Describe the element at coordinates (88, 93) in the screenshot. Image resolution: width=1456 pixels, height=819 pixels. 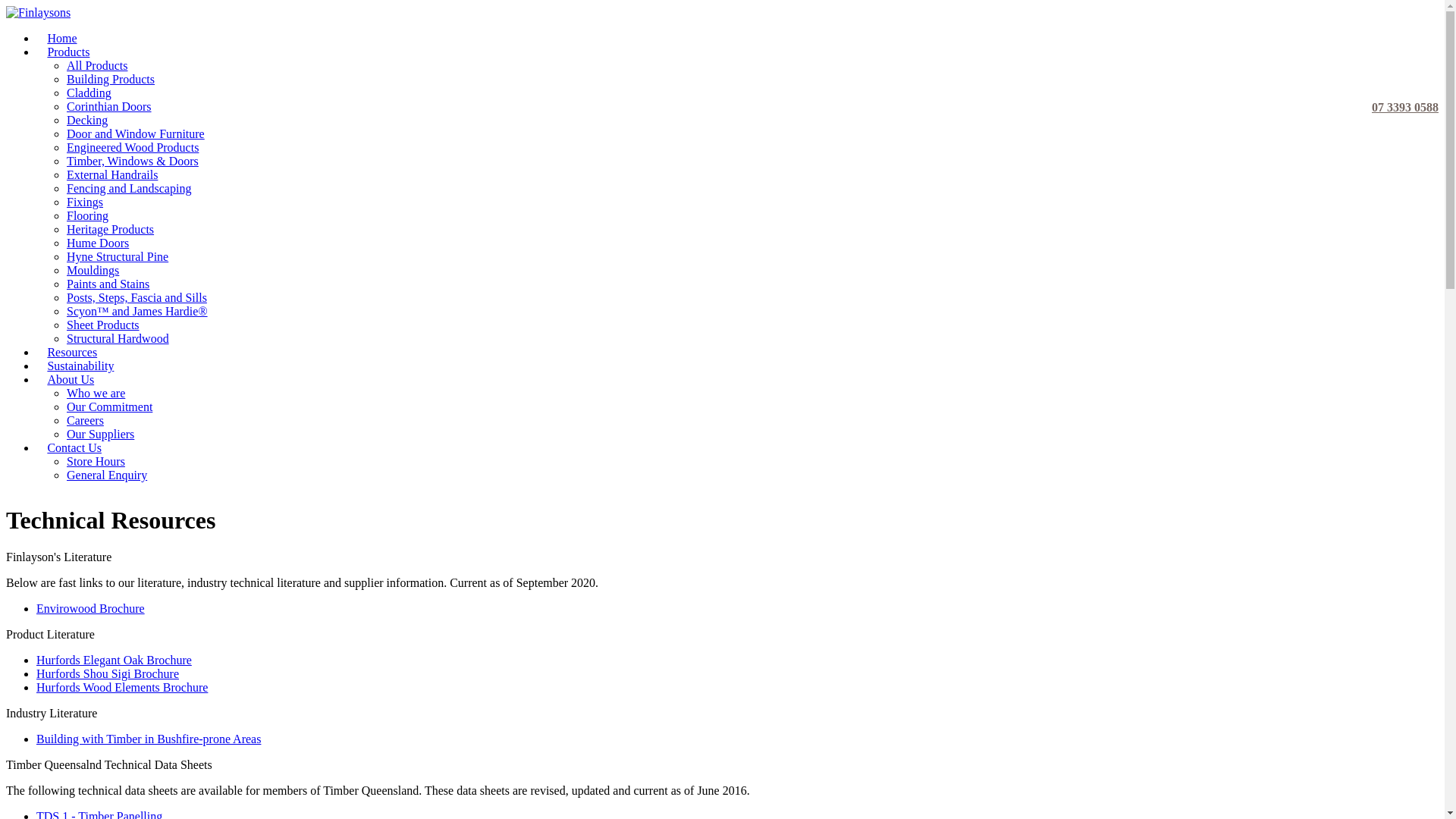
I see `'Cladding'` at that location.